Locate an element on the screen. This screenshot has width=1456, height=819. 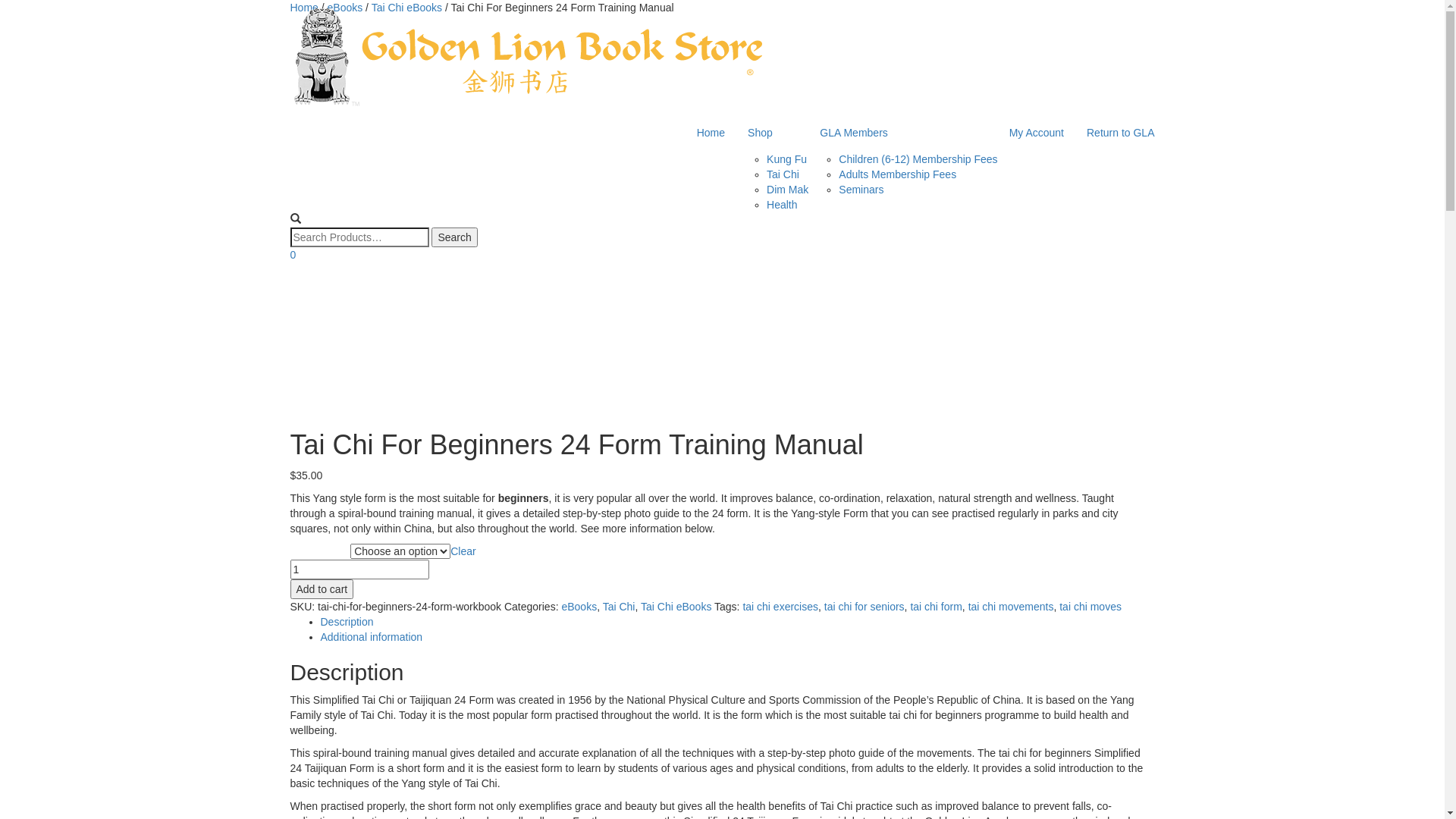
'Seminars' is located at coordinates (861, 189).